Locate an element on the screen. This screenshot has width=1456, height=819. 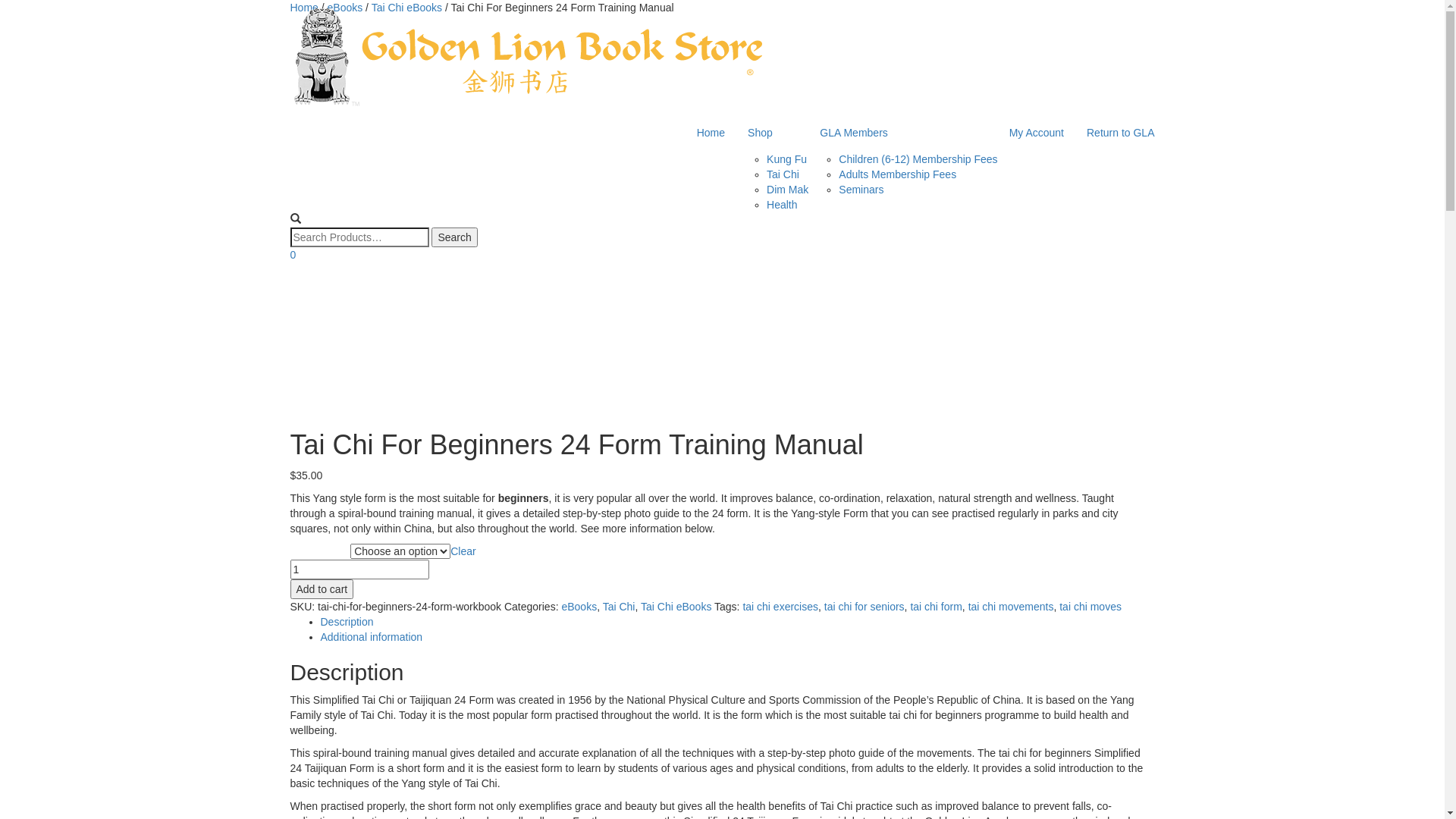
'Seminars' is located at coordinates (861, 189).